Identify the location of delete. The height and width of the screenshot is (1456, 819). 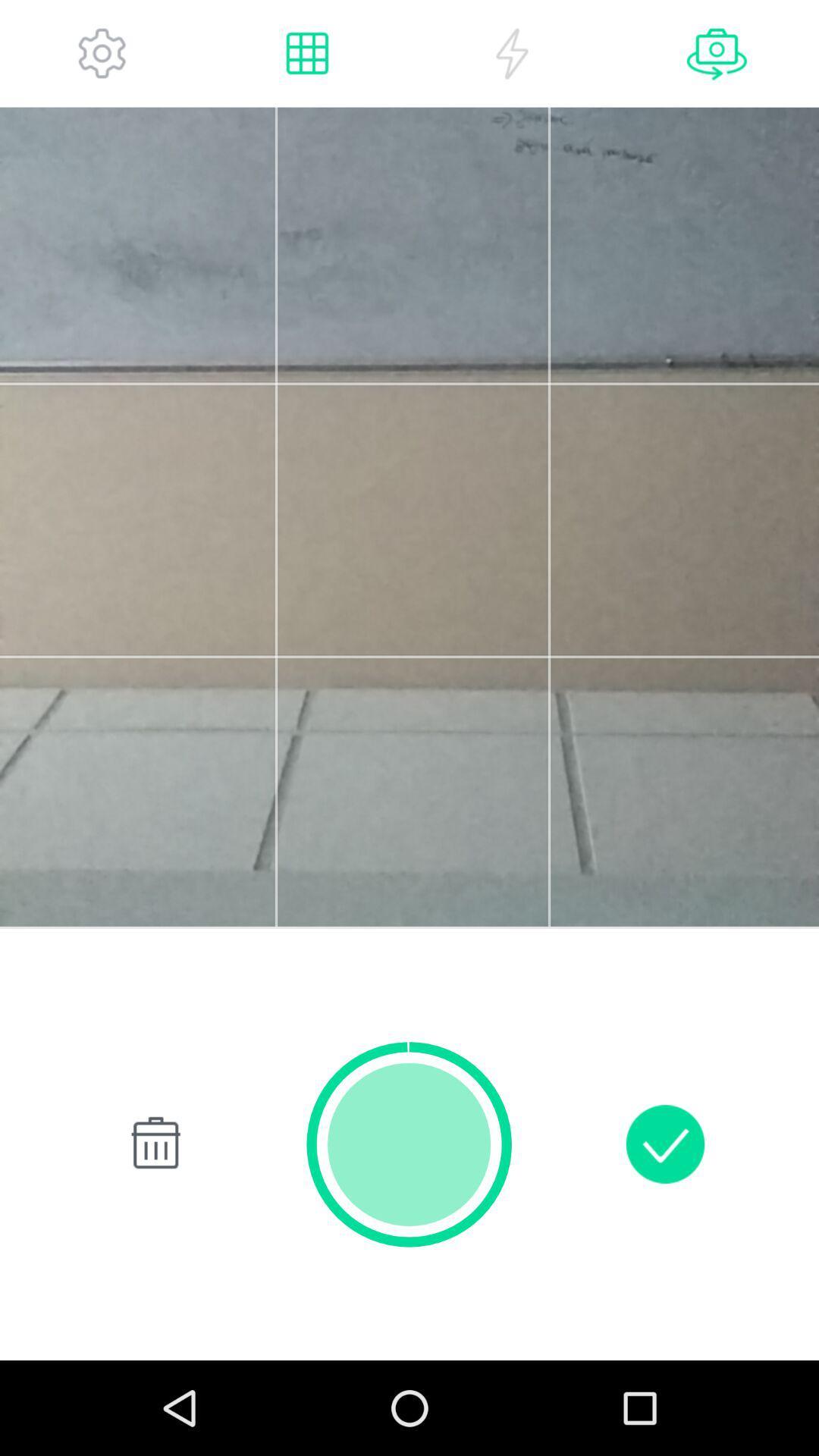
(152, 1144).